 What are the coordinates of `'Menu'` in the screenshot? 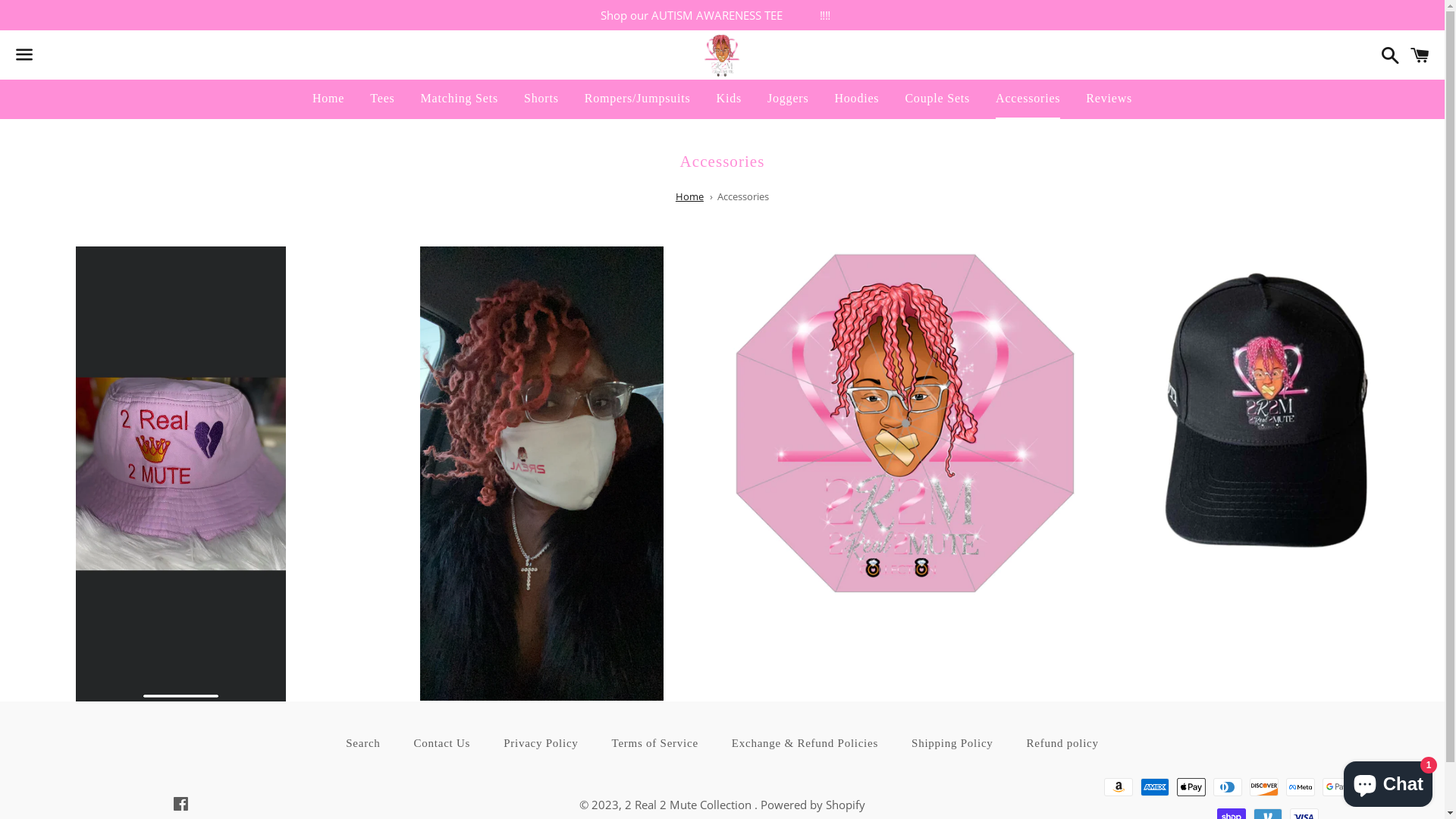 It's located at (24, 55).